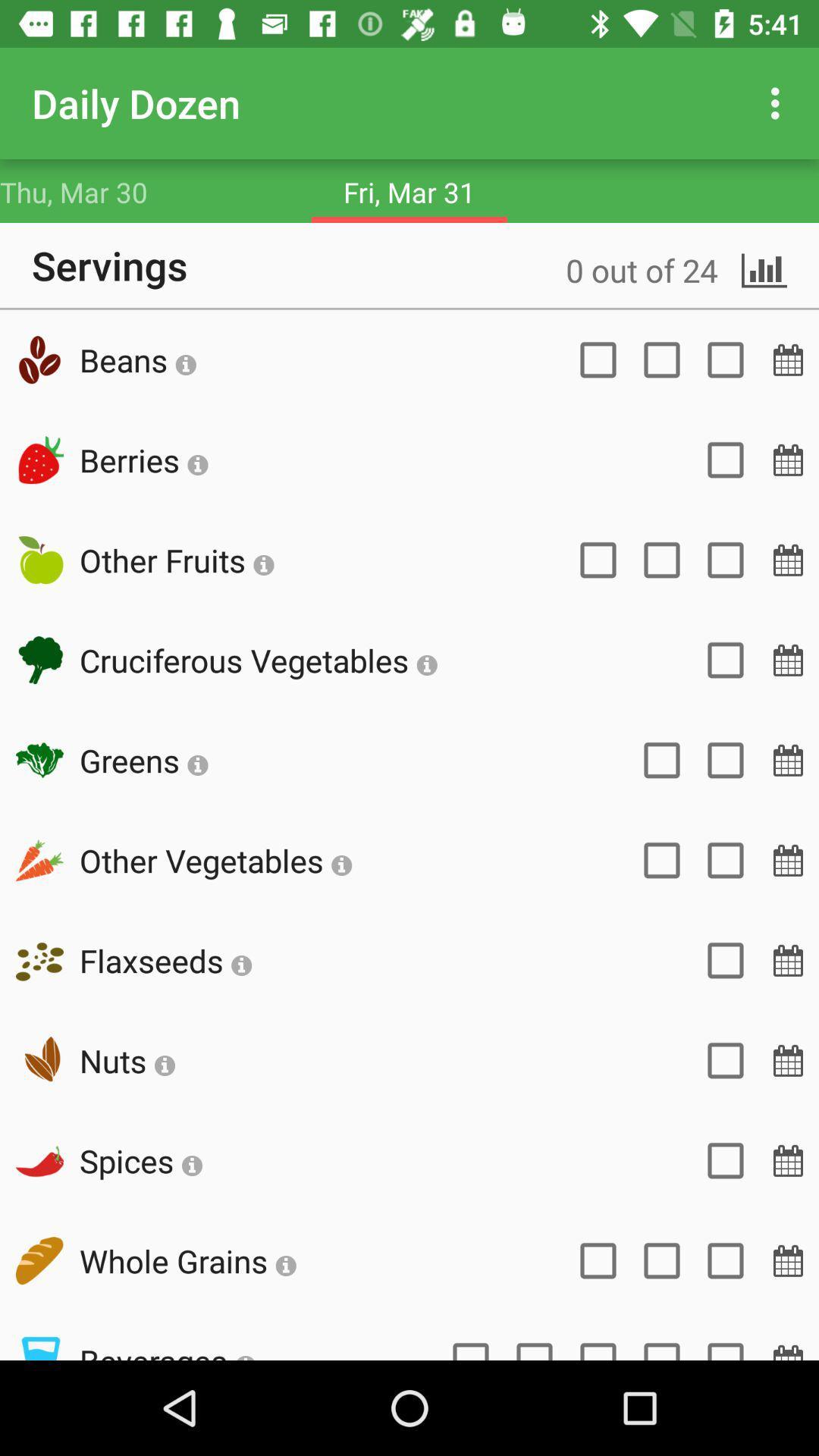 This screenshot has height=1456, width=819. Describe the element at coordinates (787, 559) in the screenshot. I see `the date_range icon` at that location.